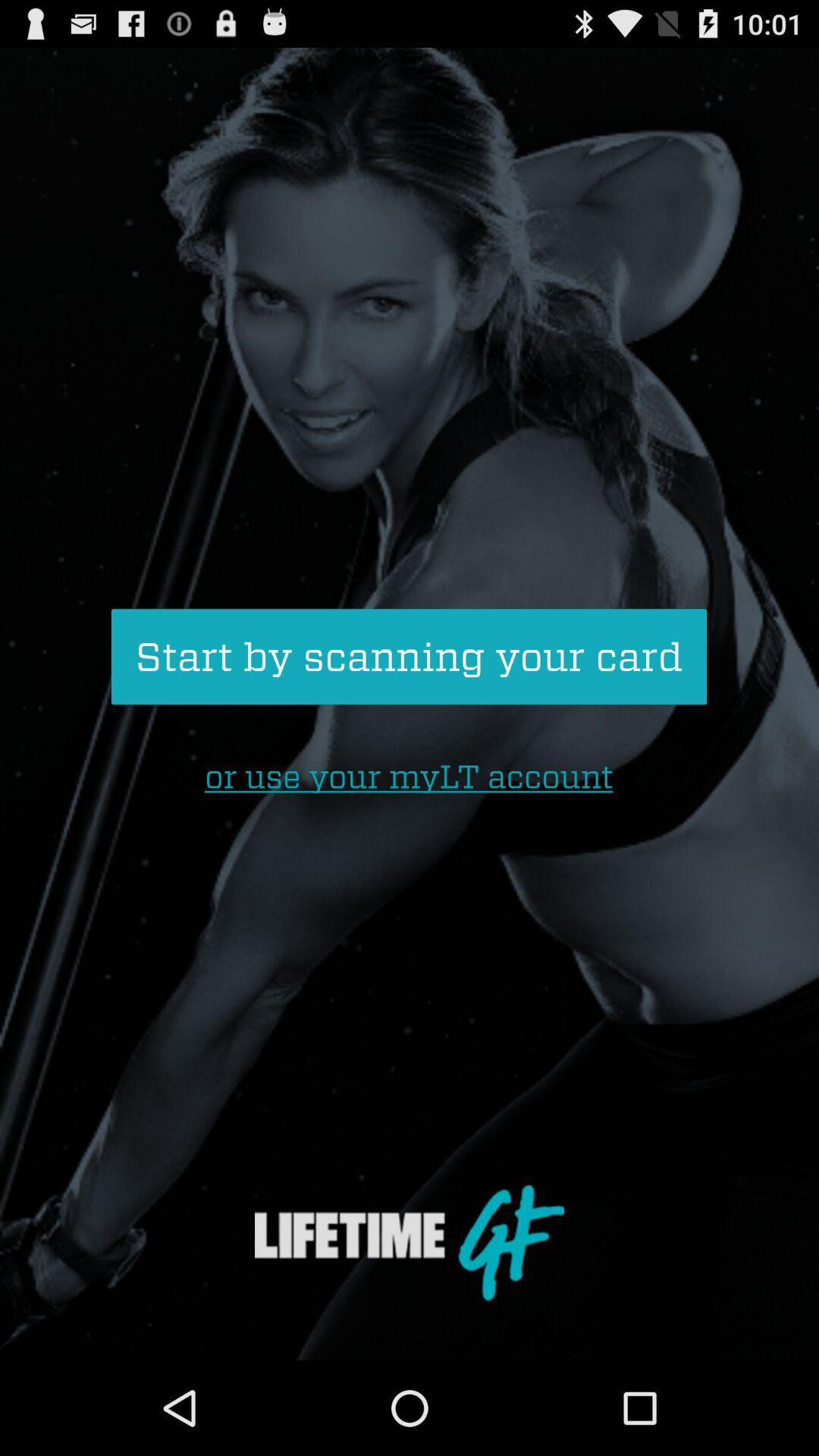 The image size is (819, 1456). What do you see at coordinates (408, 657) in the screenshot?
I see `the start by scanning item` at bounding box center [408, 657].